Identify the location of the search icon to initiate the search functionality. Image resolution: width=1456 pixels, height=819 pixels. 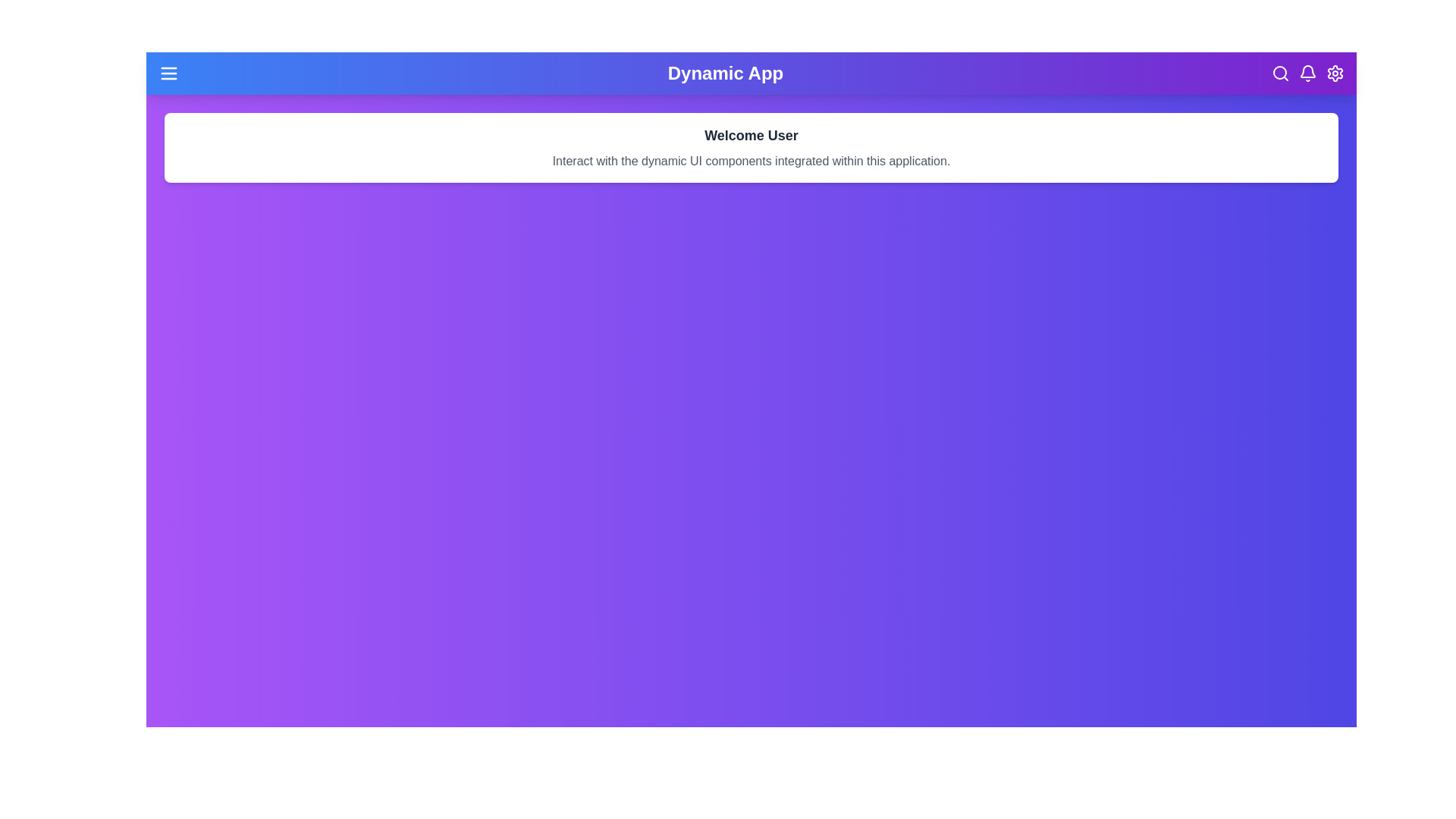
(1280, 73).